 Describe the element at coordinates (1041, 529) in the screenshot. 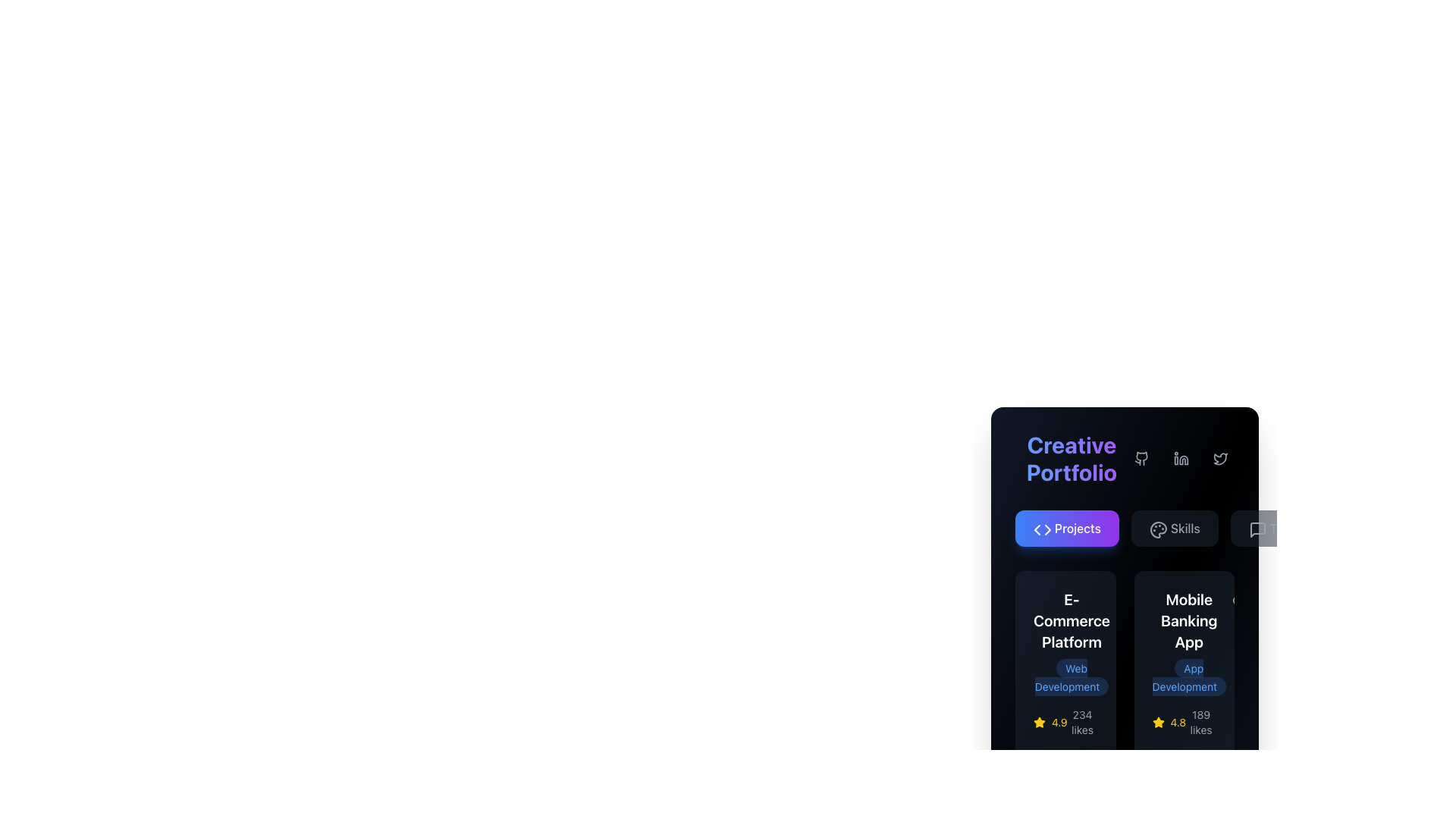

I see `the project icon located within the 'Projects' button in the top-left corner of the card section` at that location.